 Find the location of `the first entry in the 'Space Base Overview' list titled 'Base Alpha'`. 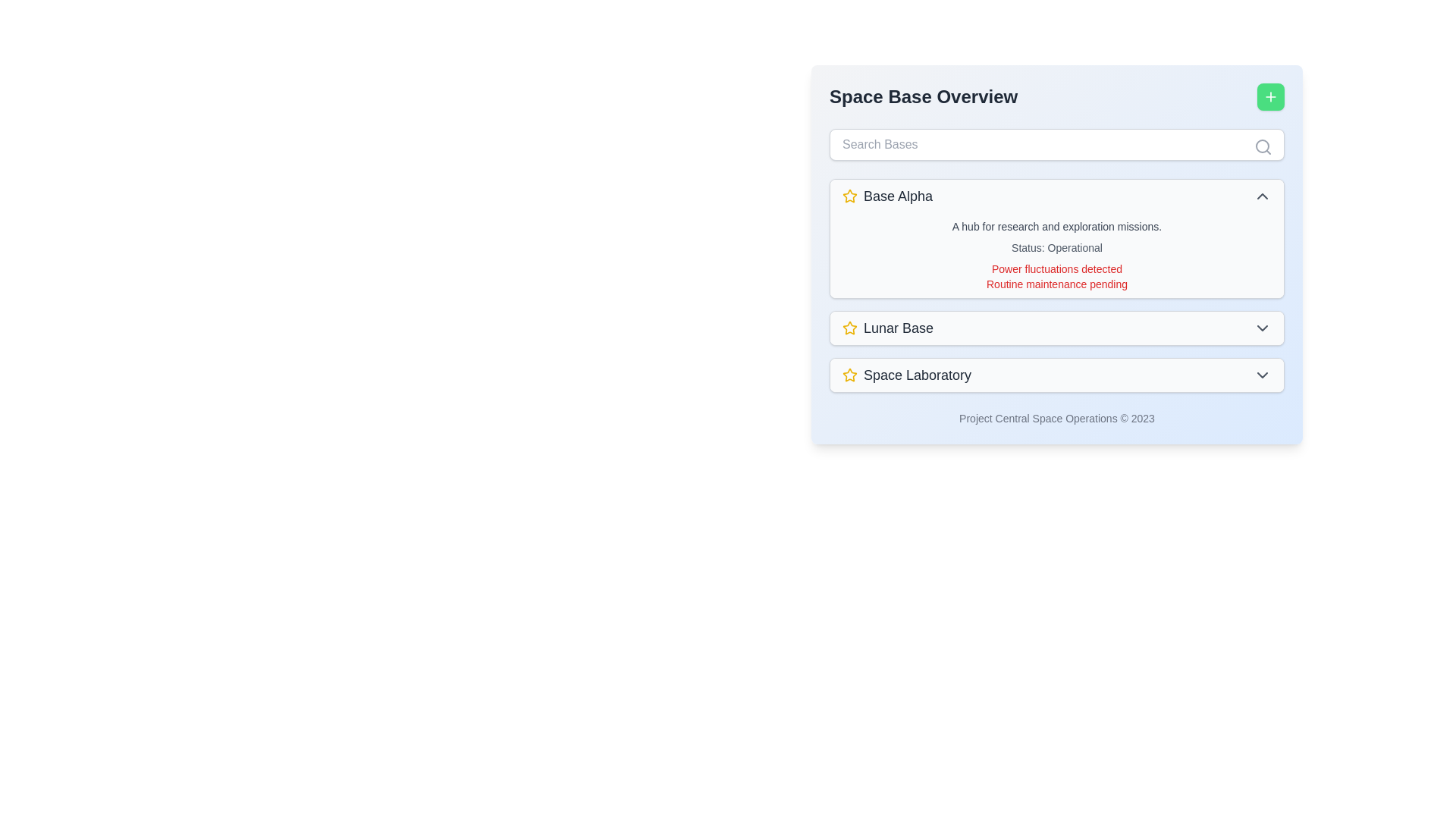

the first entry in the 'Space Base Overview' list titled 'Base Alpha' is located at coordinates (1056, 195).